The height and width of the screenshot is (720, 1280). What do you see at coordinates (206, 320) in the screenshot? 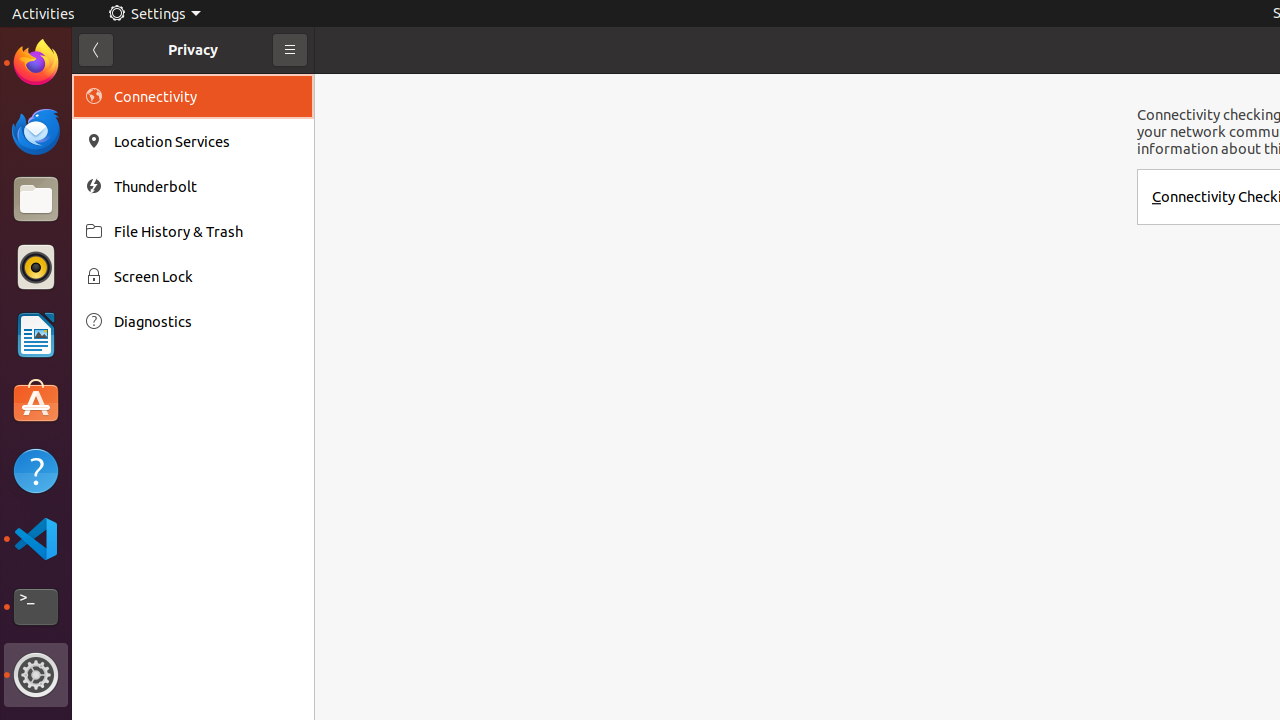
I see `'Diagnostics'` at bounding box center [206, 320].